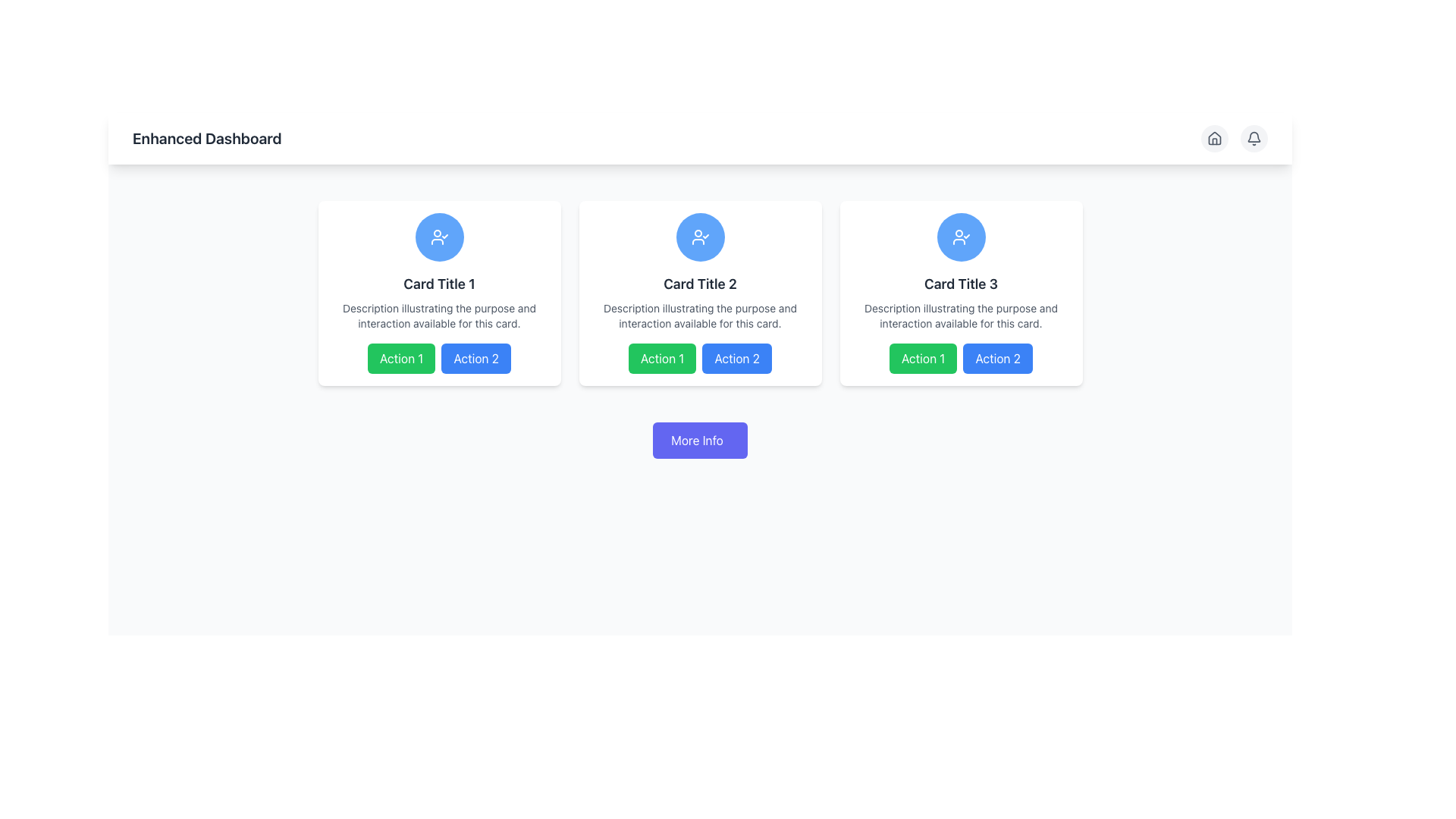  What do you see at coordinates (960, 315) in the screenshot?
I see `the description text block located centrally beneath 'Card Title 3' and above 'Action 1' and 'Action 2' buttons in the third card of a horizontal series` at bounding box center [960, 315].